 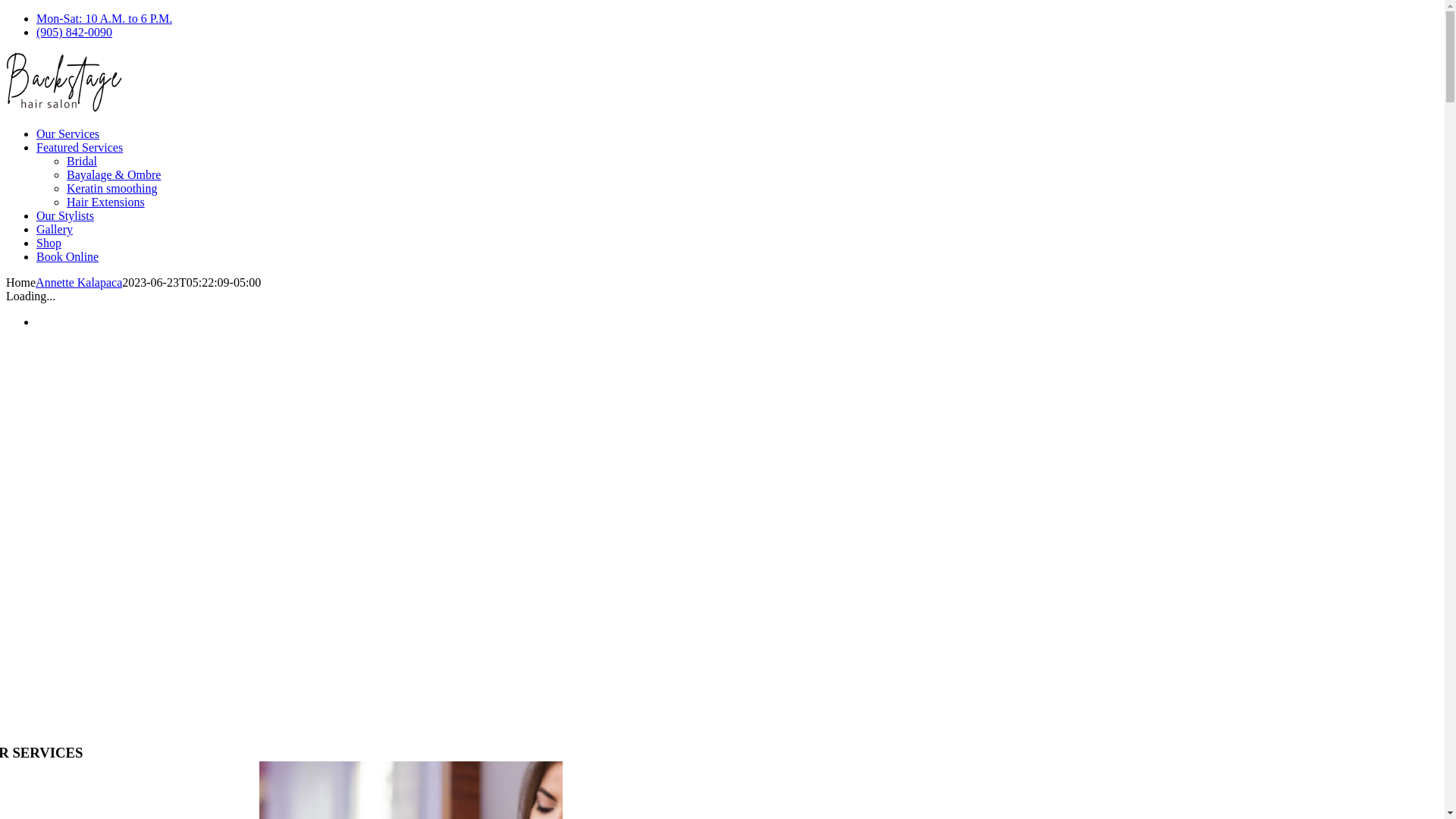 I want to click on 'Annette Kalapaca', so click(x=78, y=282).